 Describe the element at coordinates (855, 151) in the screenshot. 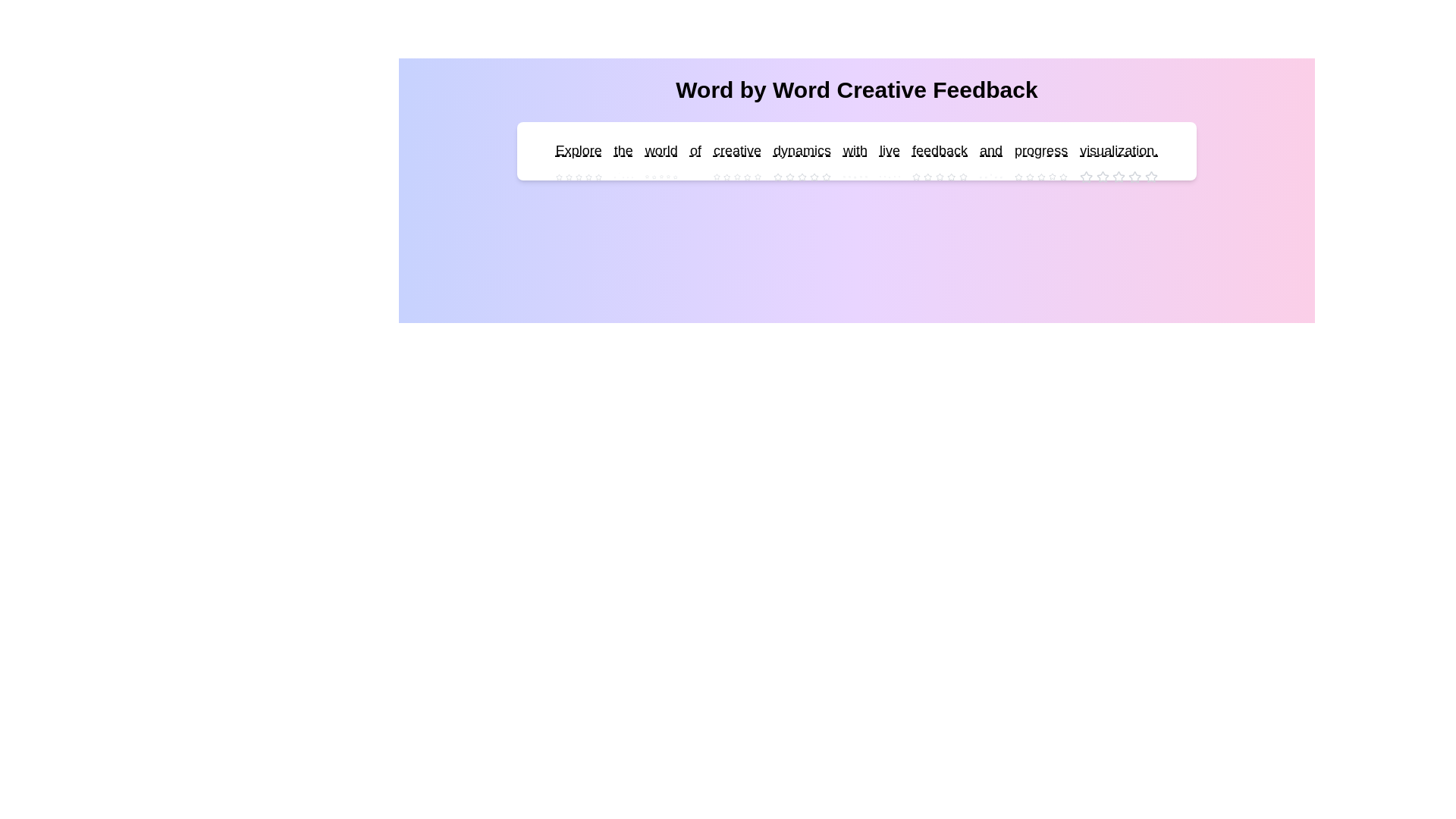

I see `the word 'with' to see its interactive area` at that location.